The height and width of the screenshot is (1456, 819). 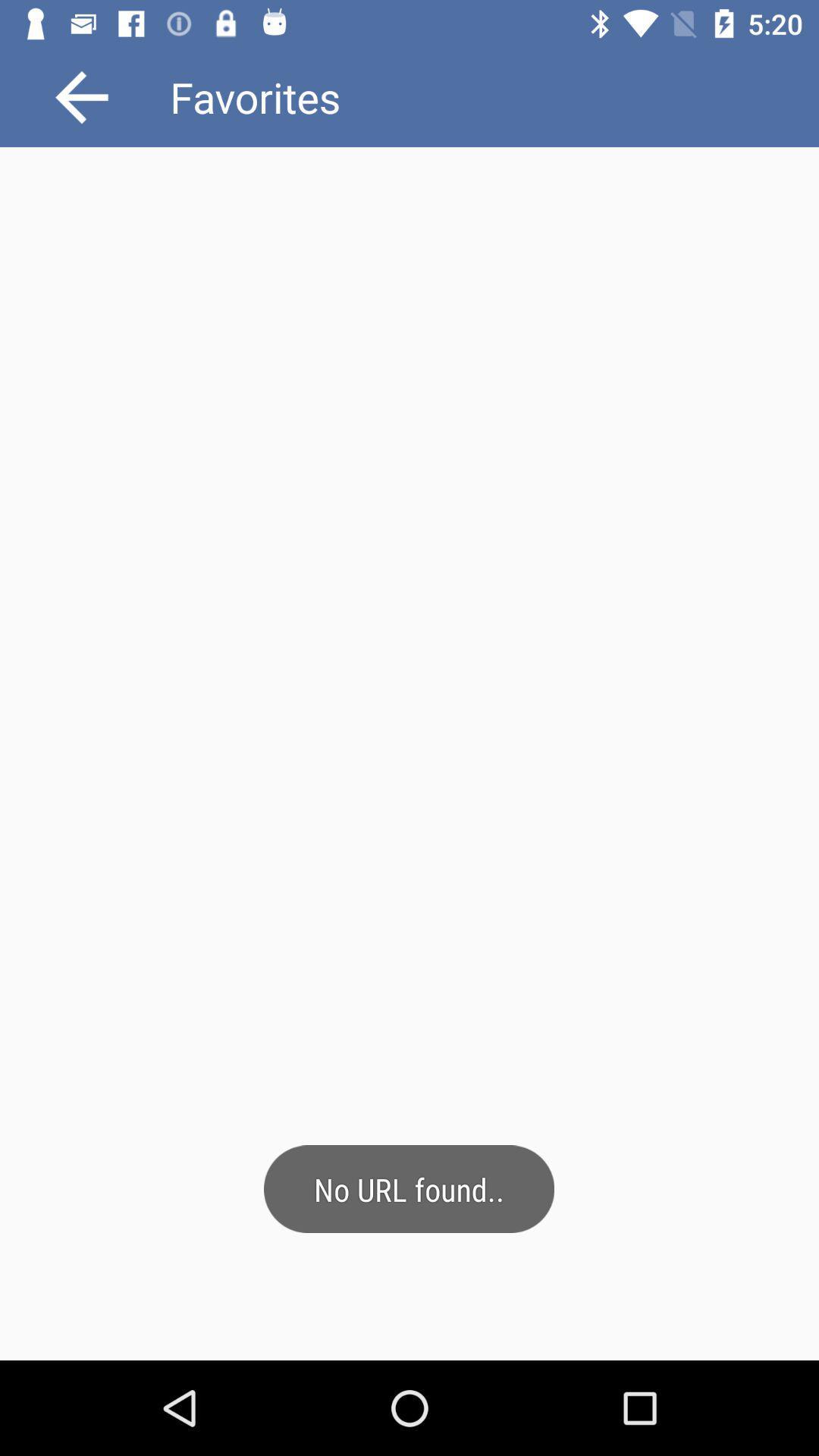 I want to click on go back, so click(x=82, y=96).